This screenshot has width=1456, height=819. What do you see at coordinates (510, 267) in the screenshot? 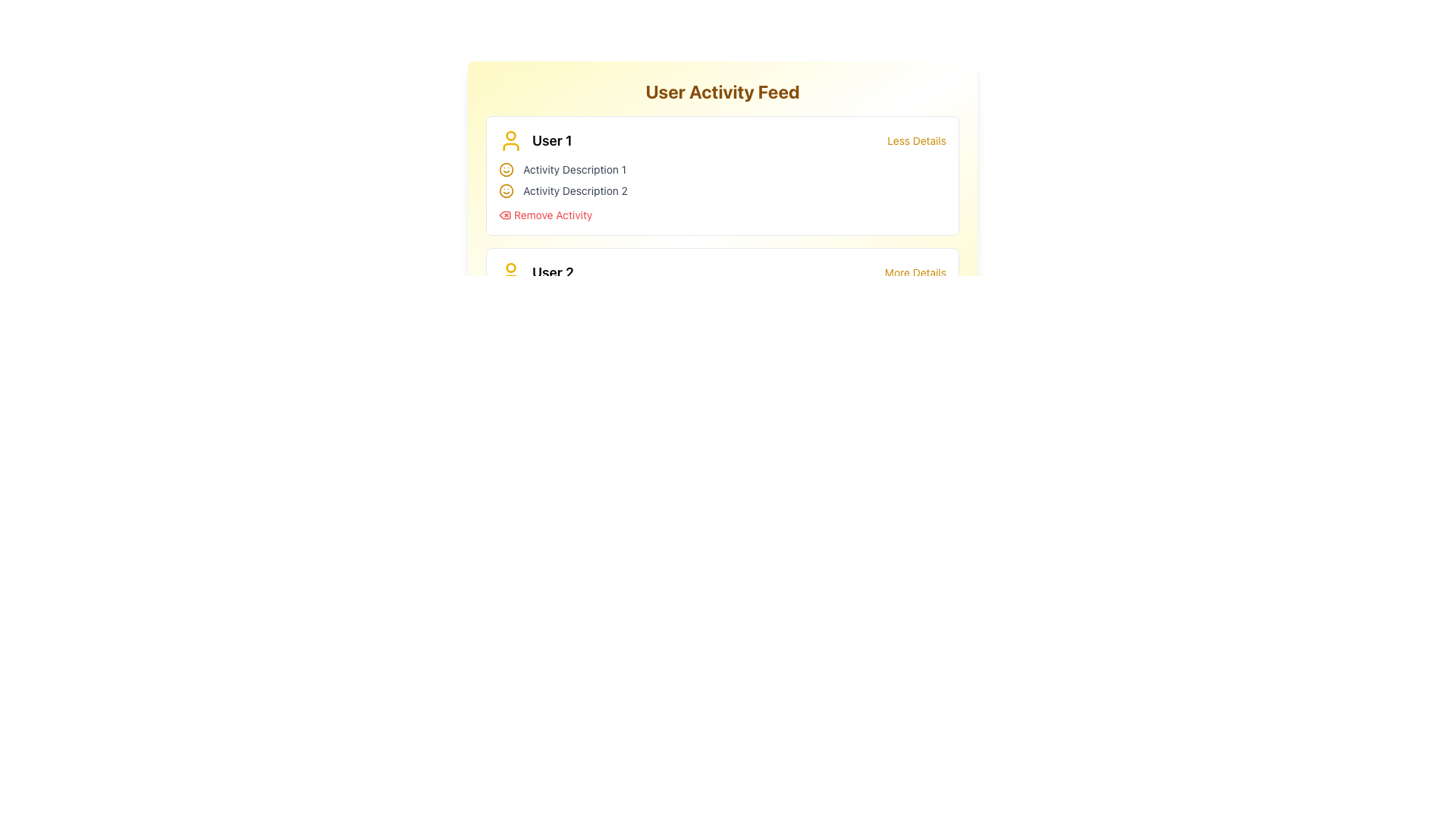
I see `the SVG Circle representing the head portion of the user profile icon for 'User 1' in the 'User Activity Feed' section` at bounding box center [510, 267].